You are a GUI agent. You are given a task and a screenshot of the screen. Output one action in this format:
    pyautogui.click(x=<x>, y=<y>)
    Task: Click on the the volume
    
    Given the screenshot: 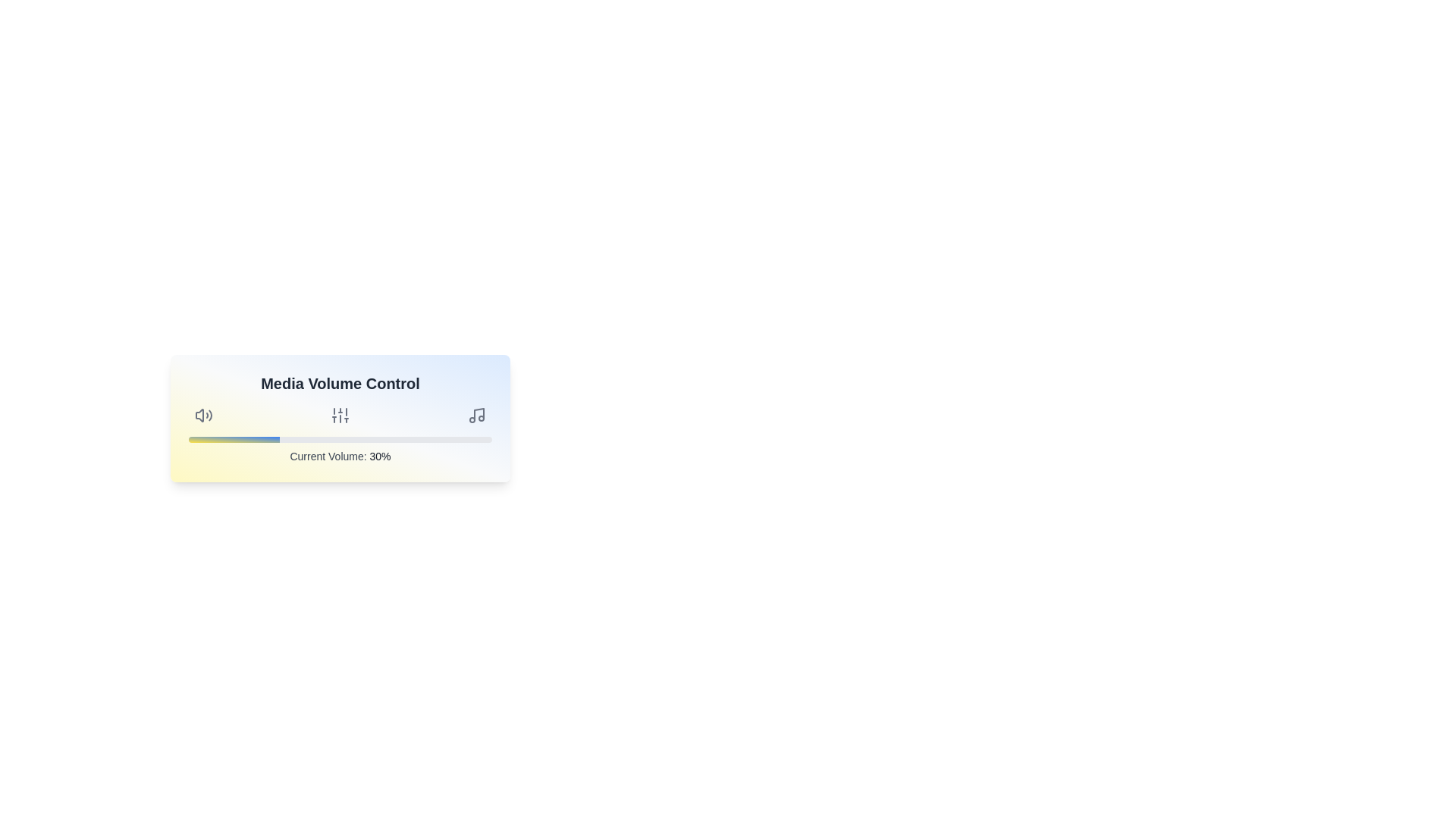 What is the action you would take?
    pyautogui.click(x=382, y=439)
    